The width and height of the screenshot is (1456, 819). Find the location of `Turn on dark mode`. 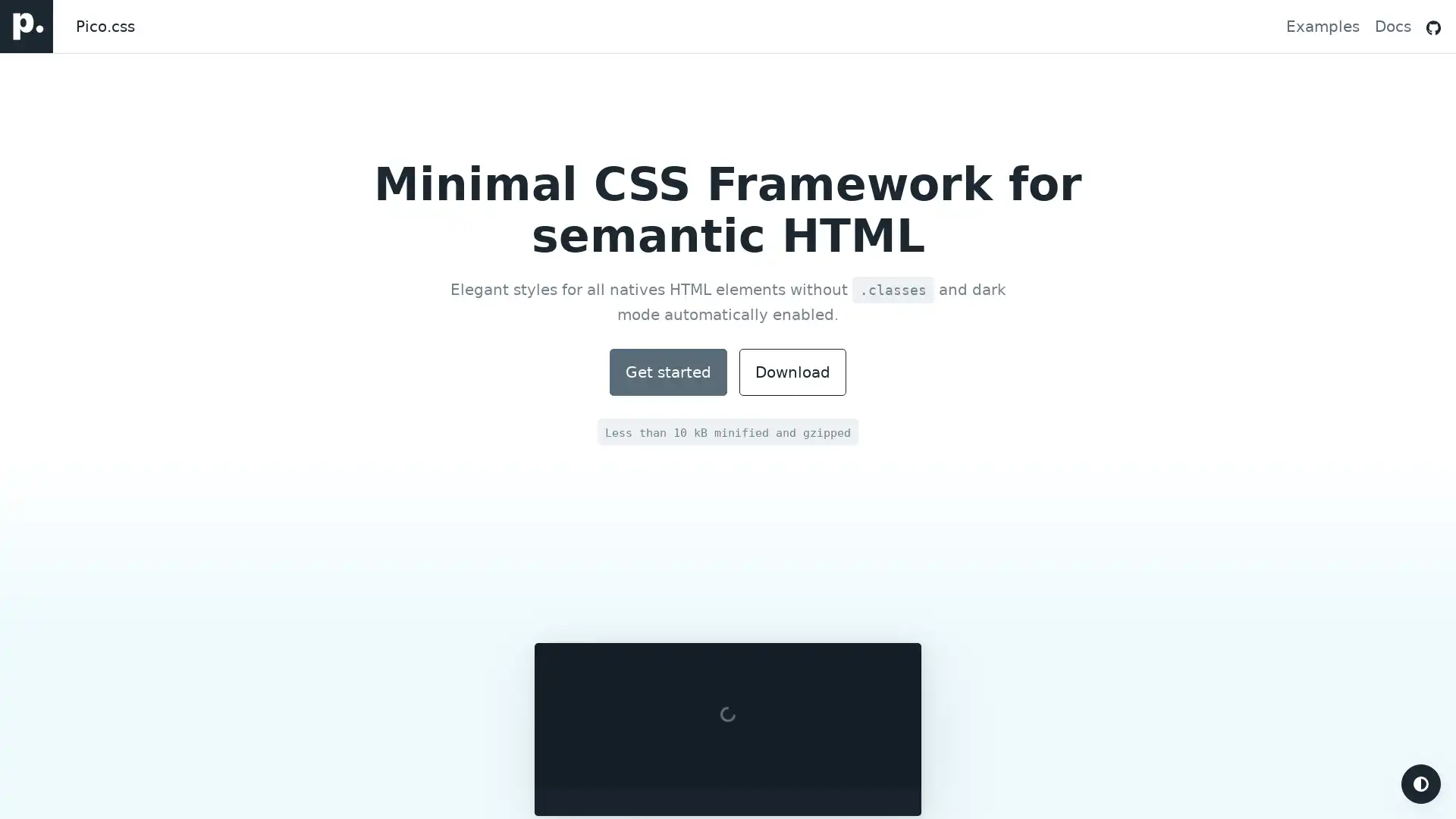

Turn on dark mode is located at coordinates (1420, 783).